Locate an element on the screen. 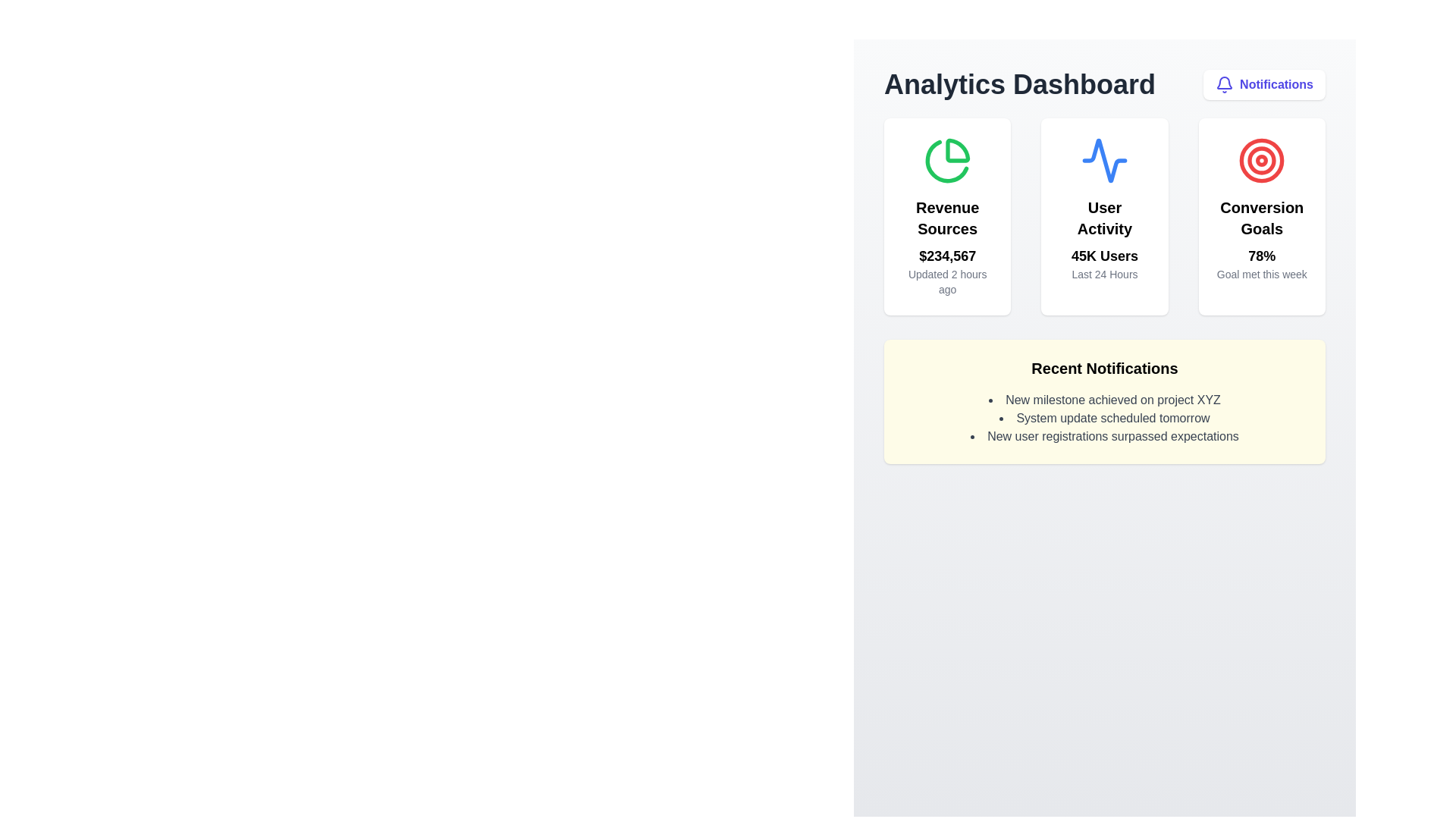  the green pie chart icon that indicates a summary or statistical representation, located in the top-left corner of the 'Revenue Sources' card is located at coordinates (946, 162).